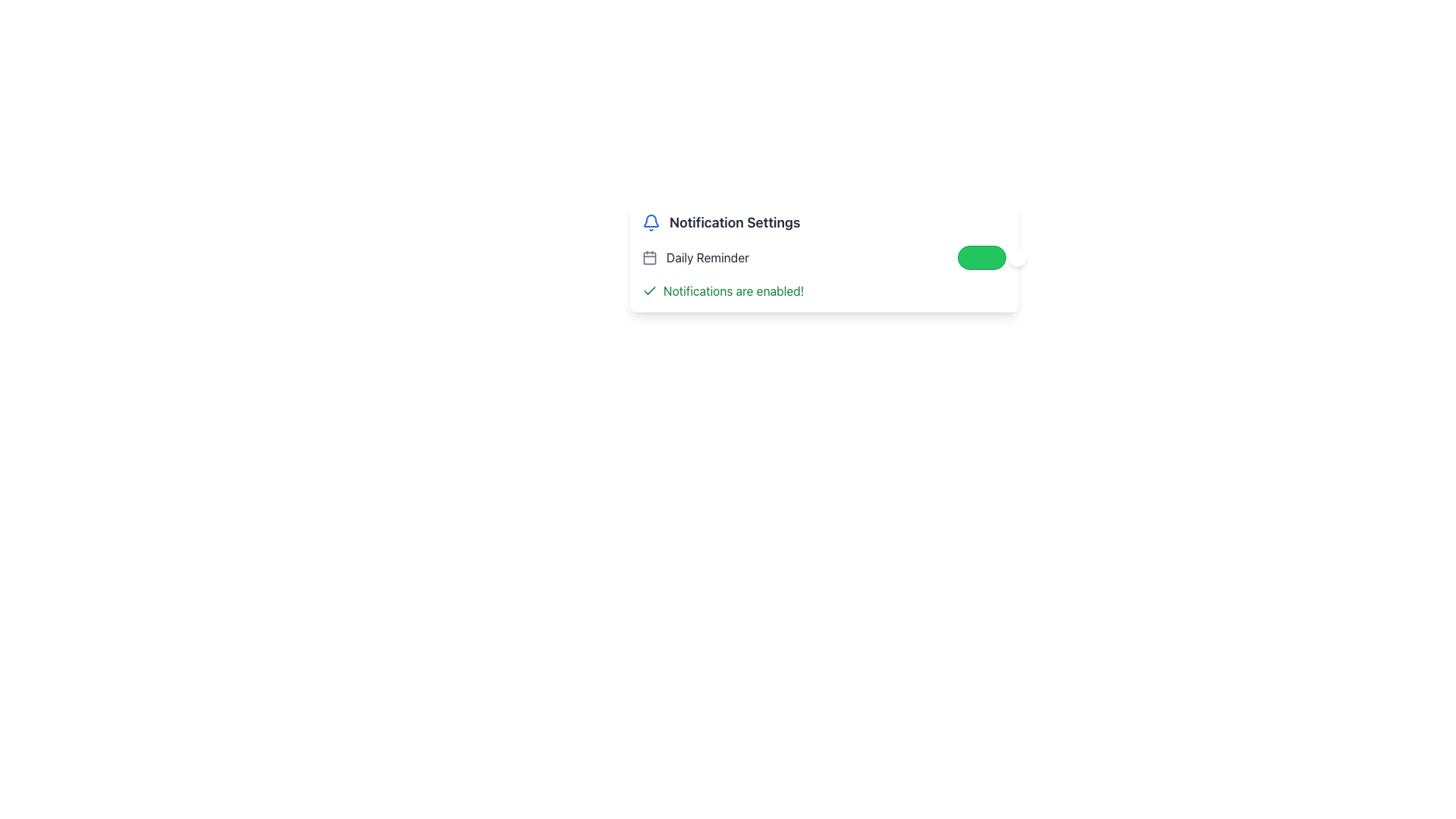 This screenshot has width=1456, height=819. What do you see at coordinates (707, 256) in the screenshot?
I see `the 'Daily Reminder' text label, which is displayed in black sans-serif font and is located to the right of a calendar icon within the Notification Settings section` at bounding box center [707, 256].